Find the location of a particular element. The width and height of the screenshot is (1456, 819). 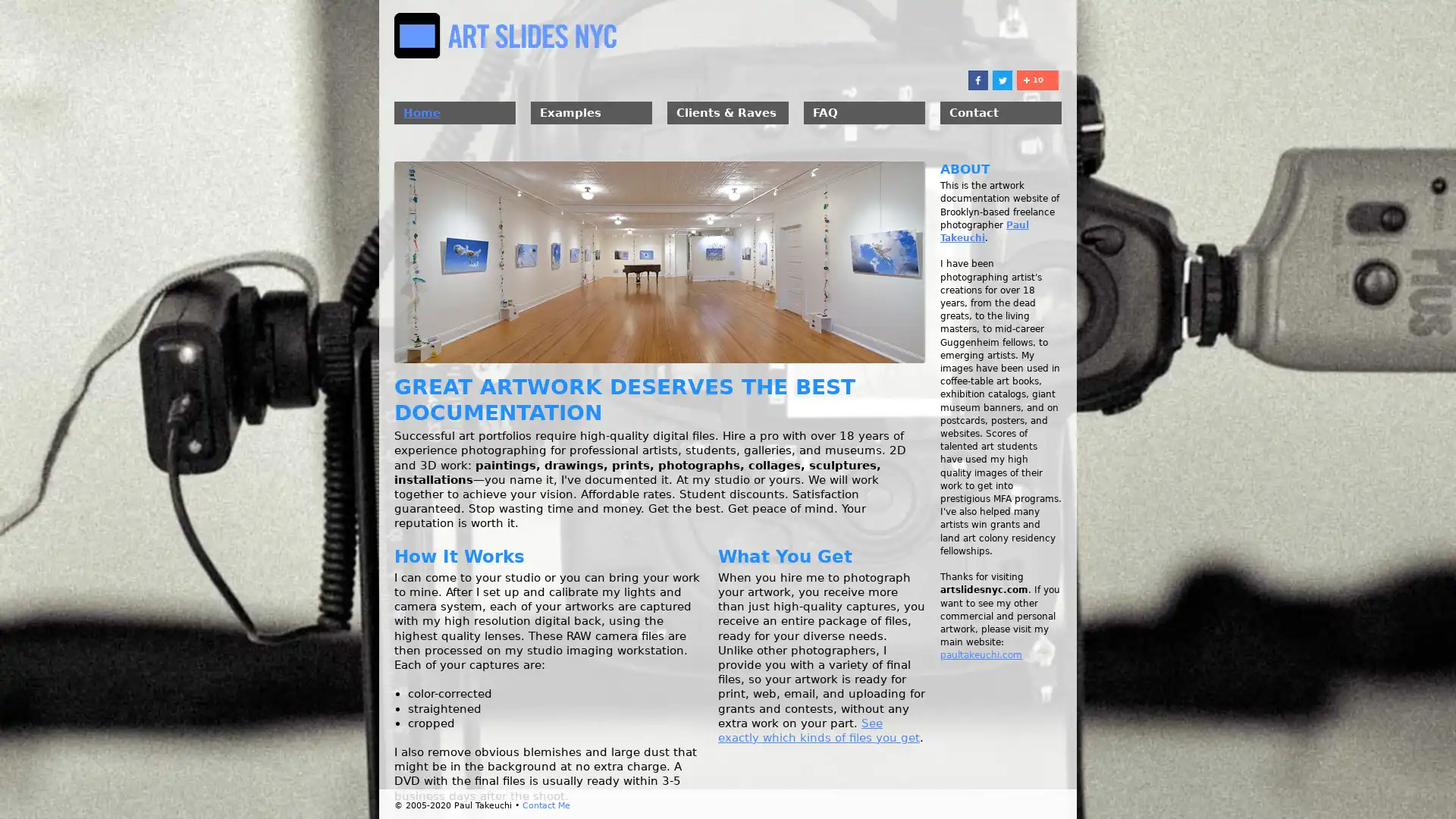

Share to More 10 is located at coordinates (1038, 79).